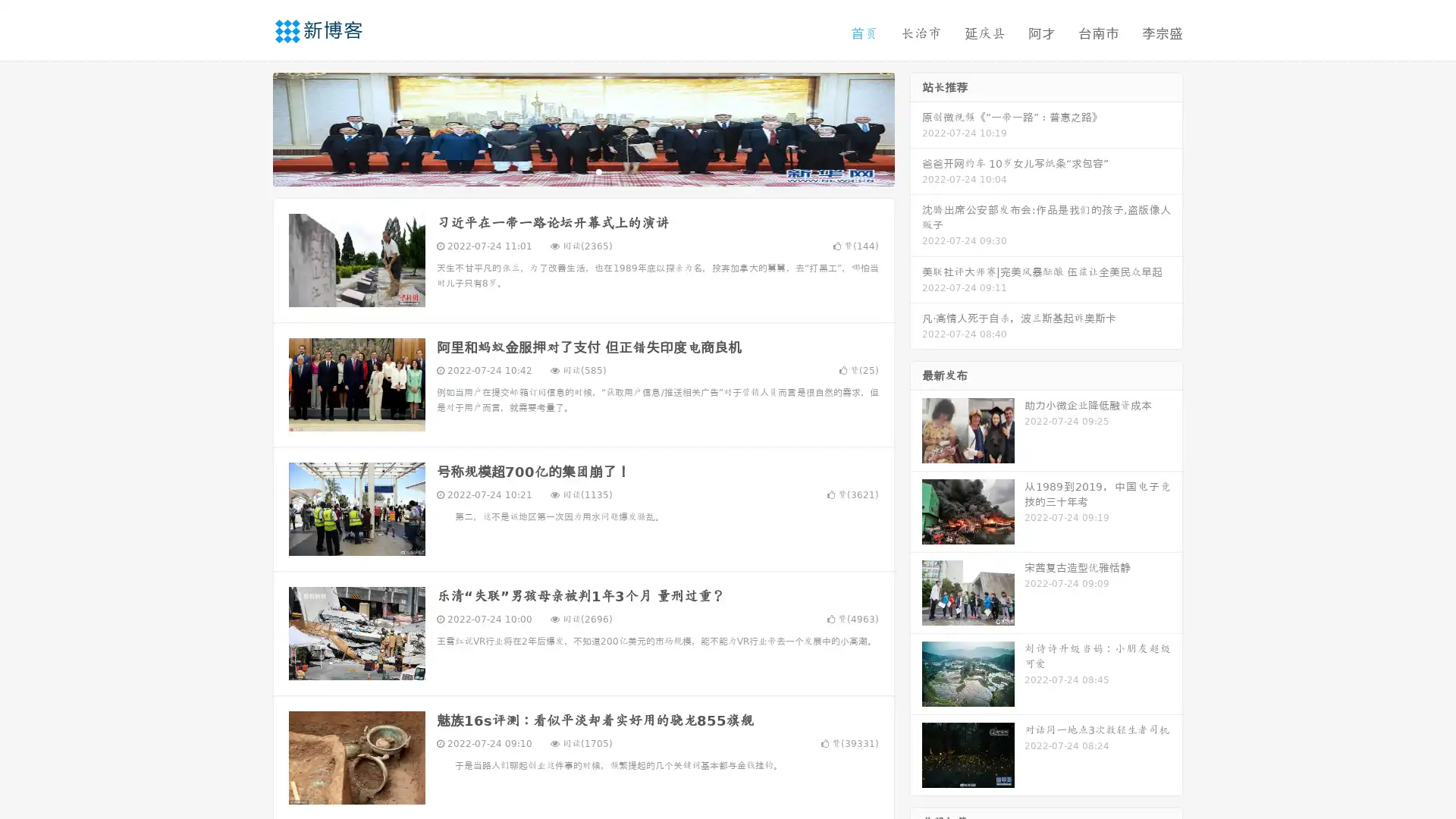 This screenshot has height=819, width=1456. What do you see at coordinates (250, 127) in the screenshot?
I see `Previous slide` at bounding box center [250, 127].